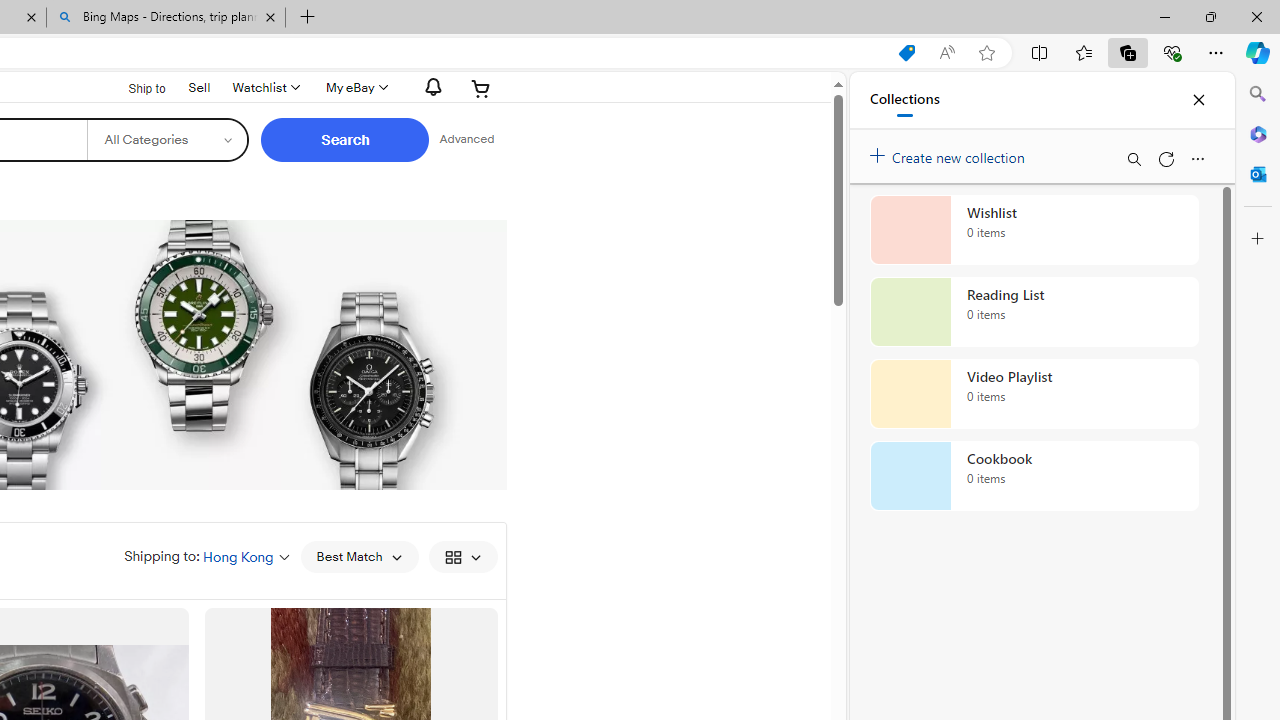 This screenshot has height=720, width=1280. What do you see at coordinates (429, 86) in the screenshot?
I see `'AutomationID: gh-eb-Alerts'` at bounding box center [429, 86].